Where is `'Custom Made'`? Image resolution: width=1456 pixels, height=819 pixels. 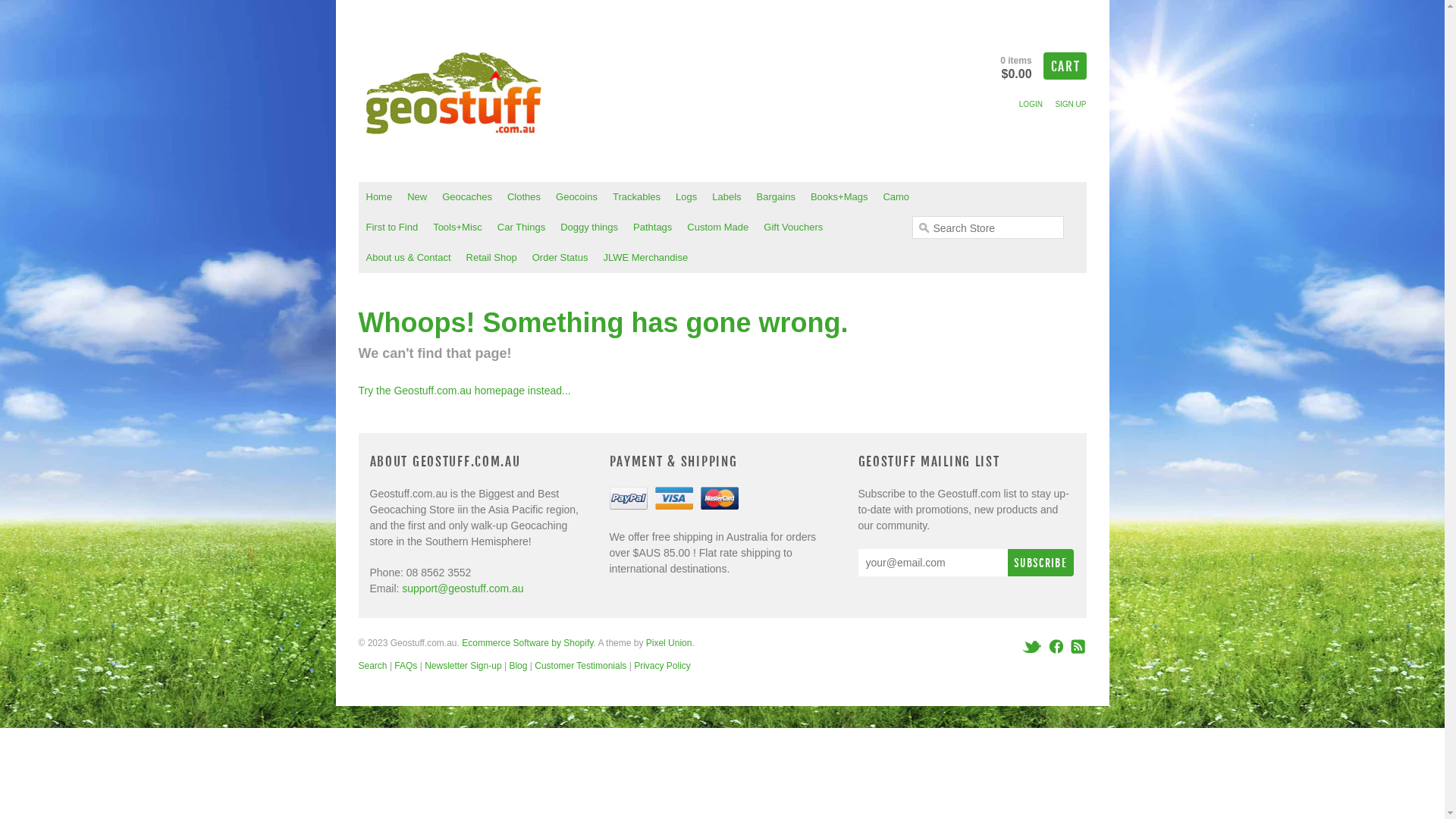
'Custom Made' is located at coordinates (717, 227).